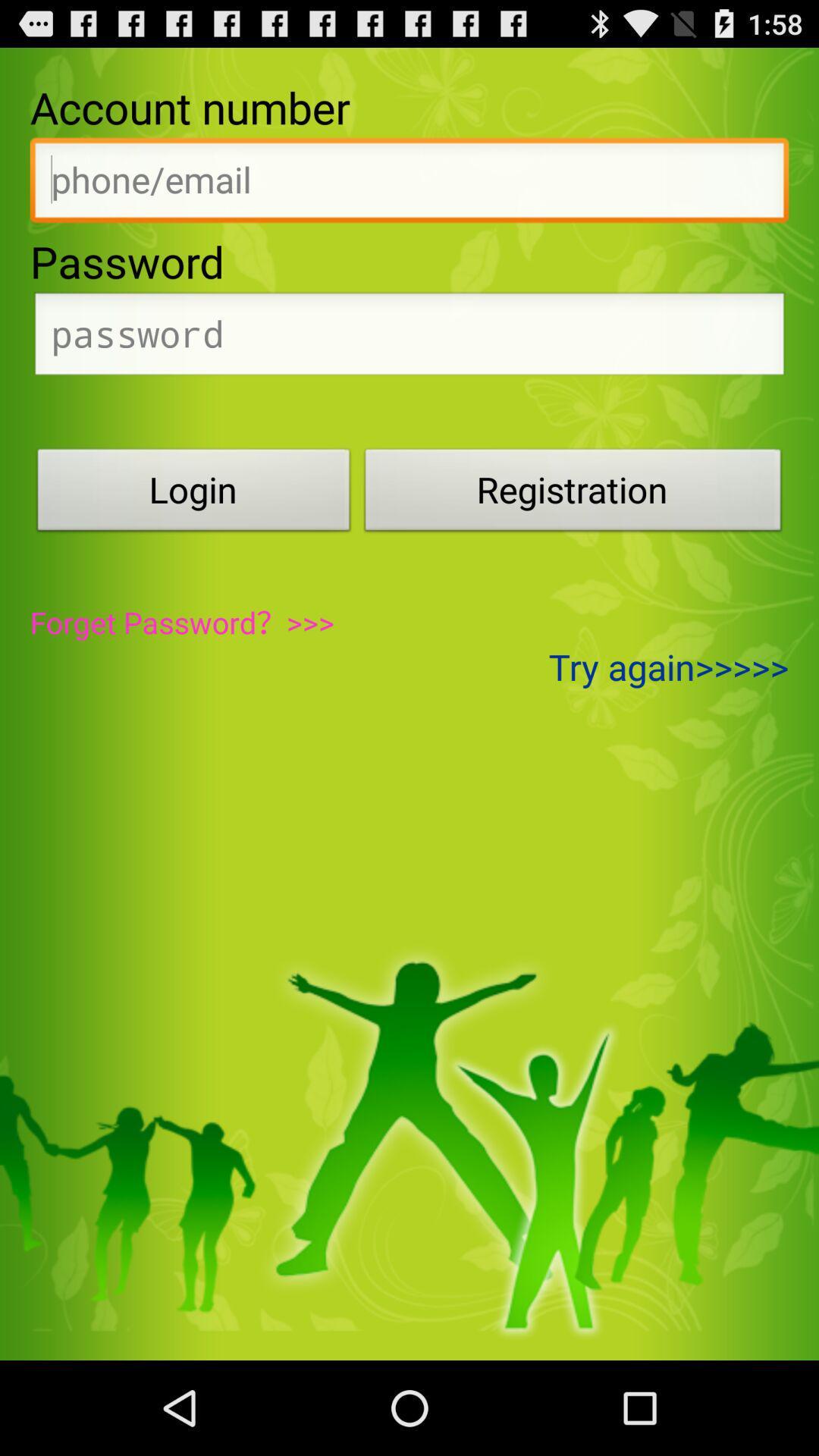  What do you see at coordinates (193, 494) in the screenshot?
I see `button next to registration button` at bounding box center [193, 494].